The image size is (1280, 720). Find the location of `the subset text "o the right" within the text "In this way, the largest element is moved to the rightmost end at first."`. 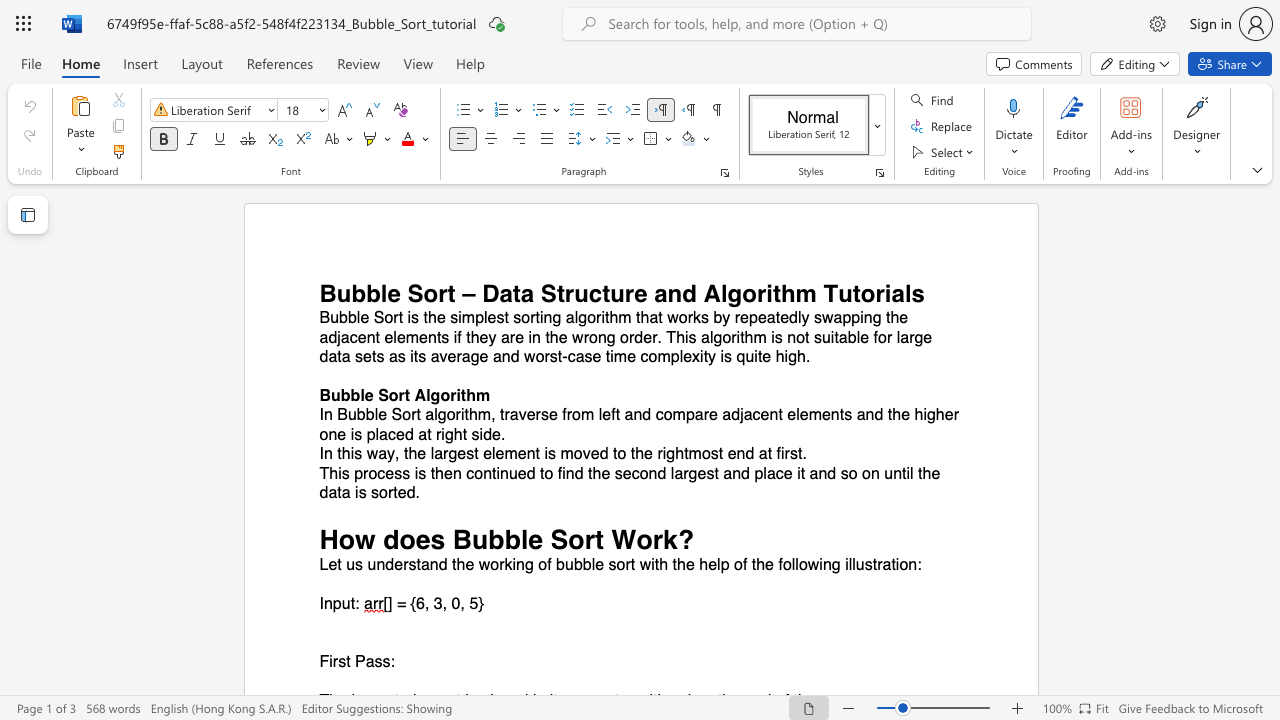

the subset text "o the right" within the text "In this way, the largest element is moved to the rightmost end at first." is located at coordinates (616, 454).